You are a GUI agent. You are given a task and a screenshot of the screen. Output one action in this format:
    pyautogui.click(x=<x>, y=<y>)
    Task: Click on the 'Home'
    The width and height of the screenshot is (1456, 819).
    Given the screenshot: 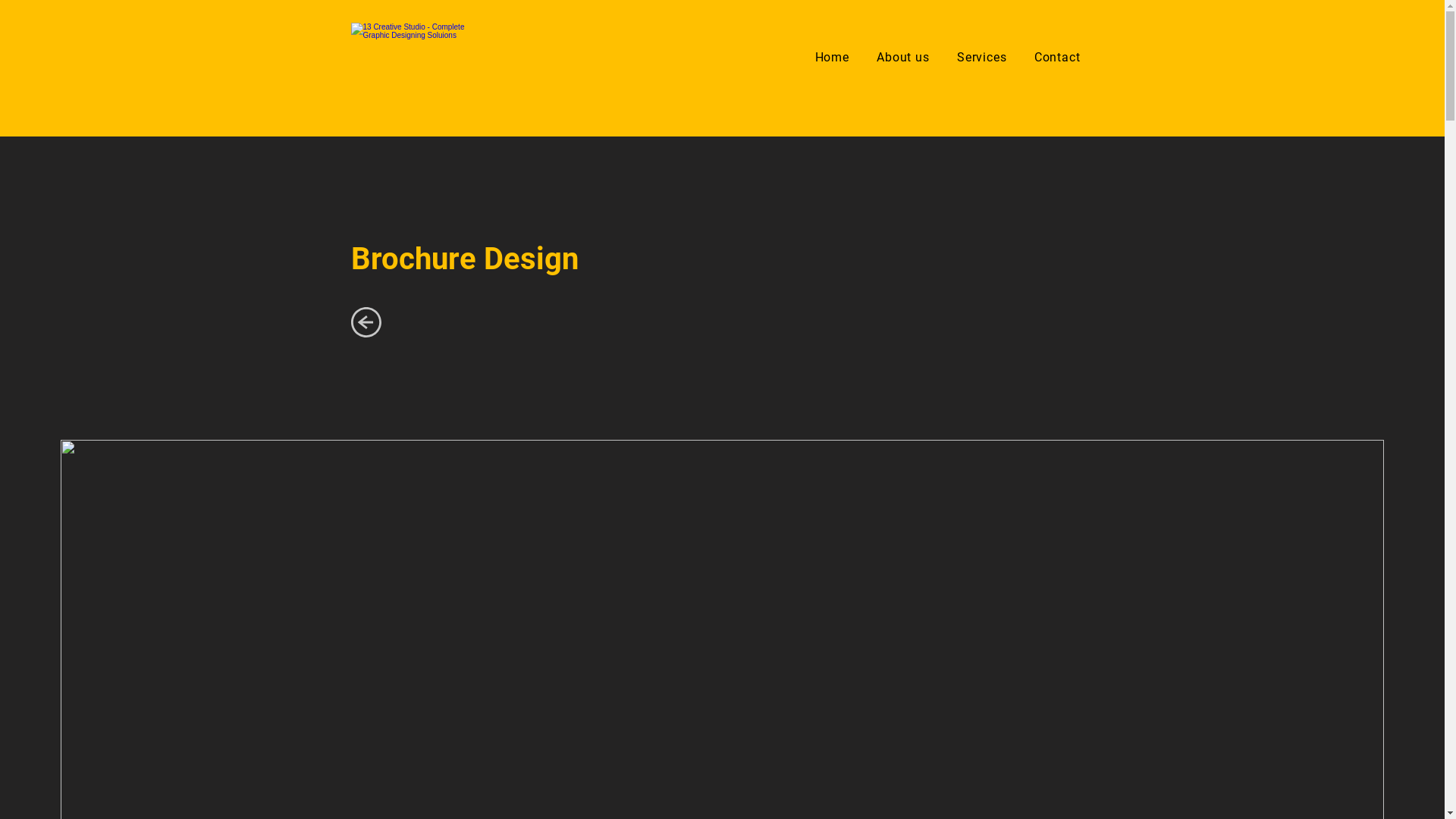 What is the action you would take?
    pyautogui.click(x=831, y=56)
    